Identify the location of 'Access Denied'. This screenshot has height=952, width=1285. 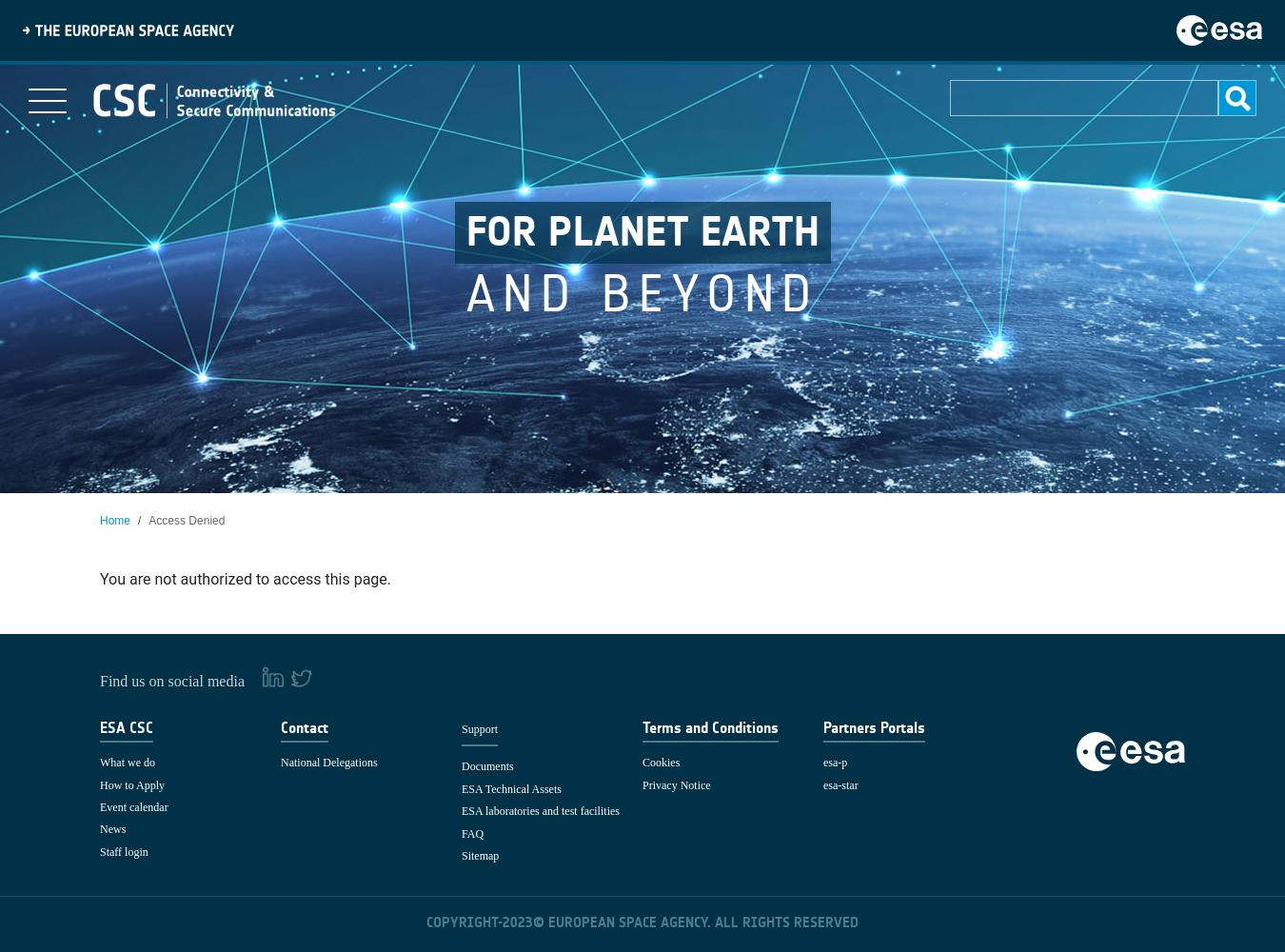
(187, 521).